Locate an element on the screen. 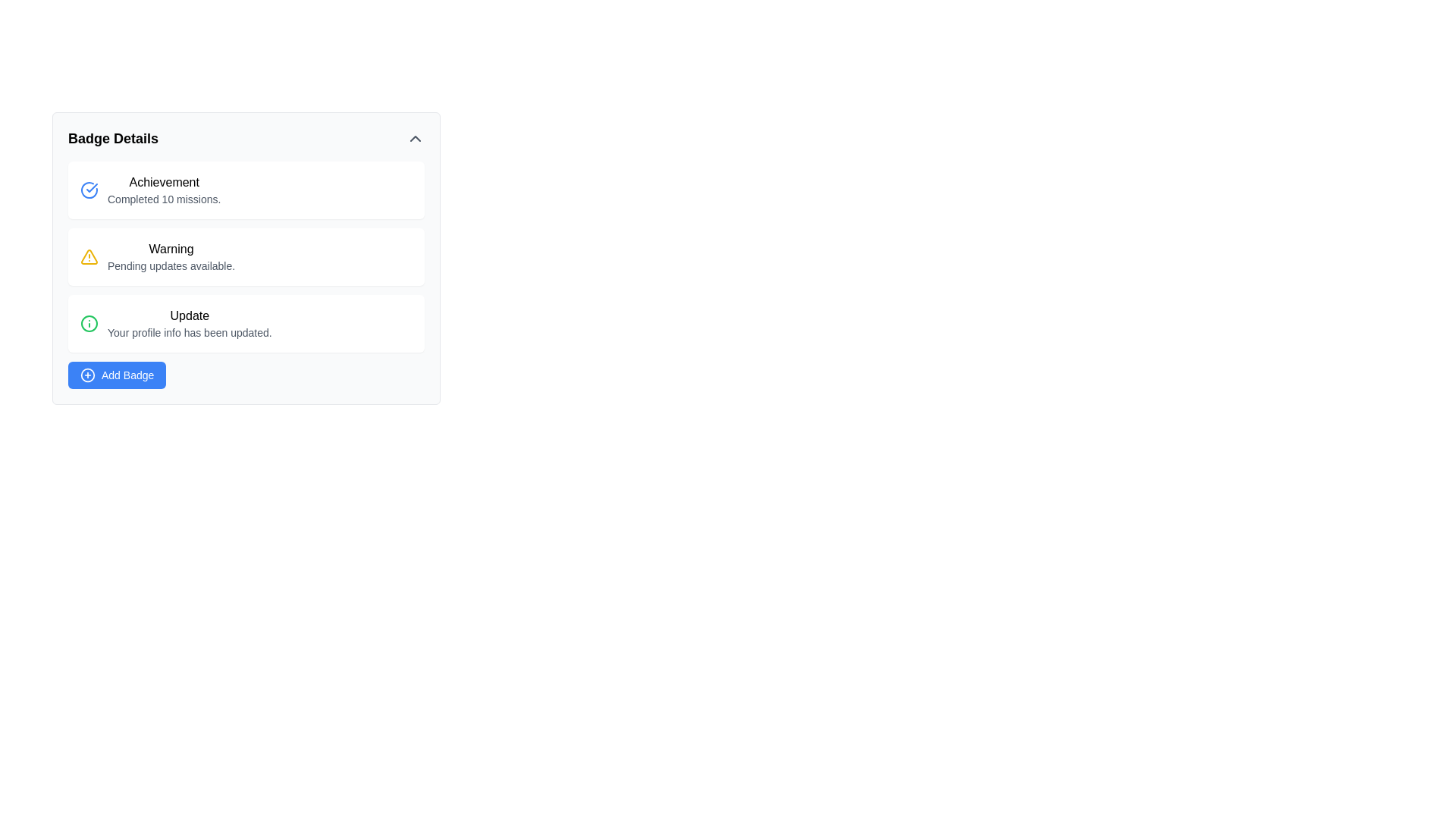 The image size is (1456, 819). the circular graphical component that indicates status in the 'Update' section of the 'Badge Details' interface is located at coordinates (89, 323).